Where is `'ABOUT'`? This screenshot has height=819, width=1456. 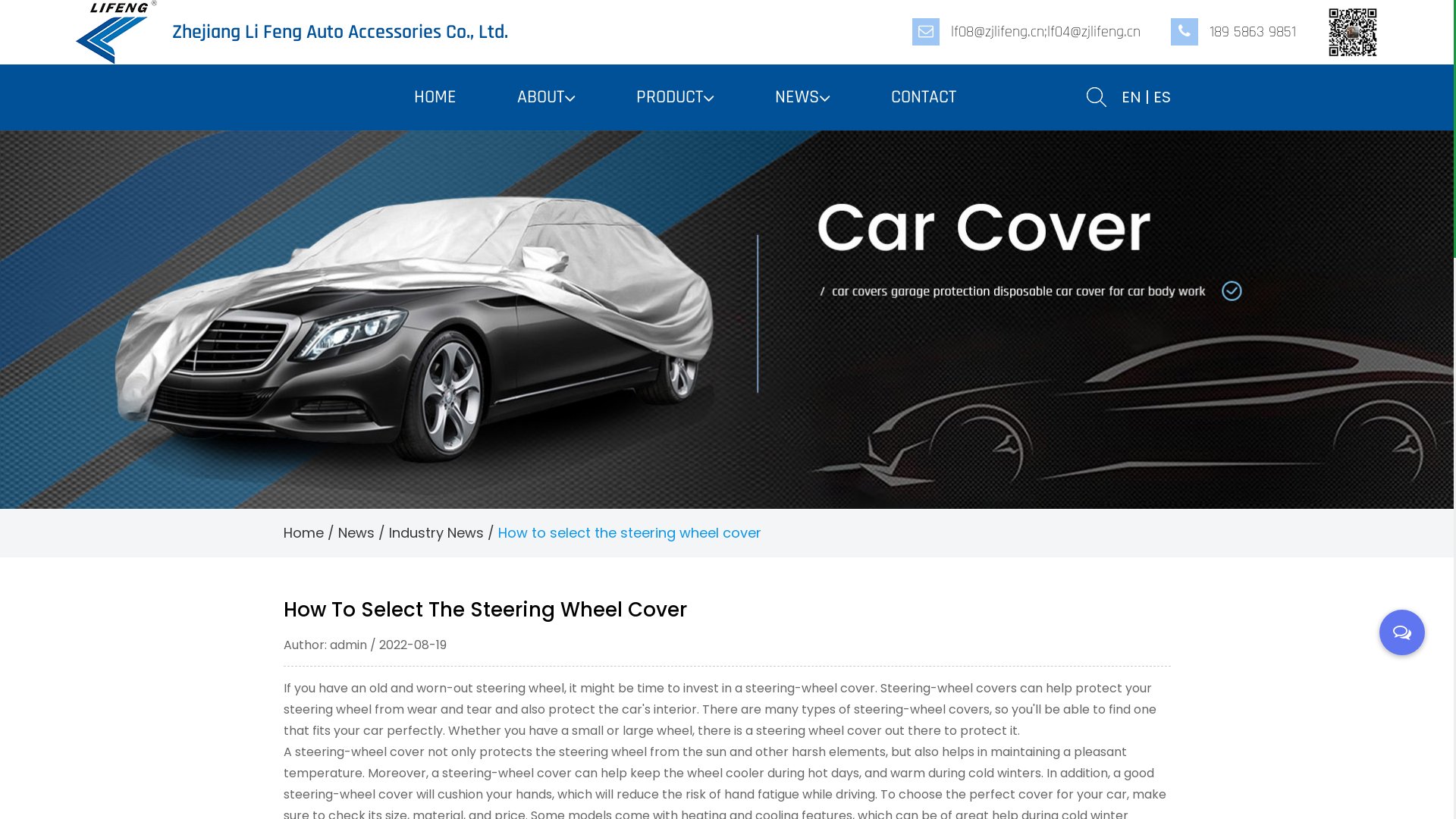 'ABOUT' is located at coordinates (516, 97).